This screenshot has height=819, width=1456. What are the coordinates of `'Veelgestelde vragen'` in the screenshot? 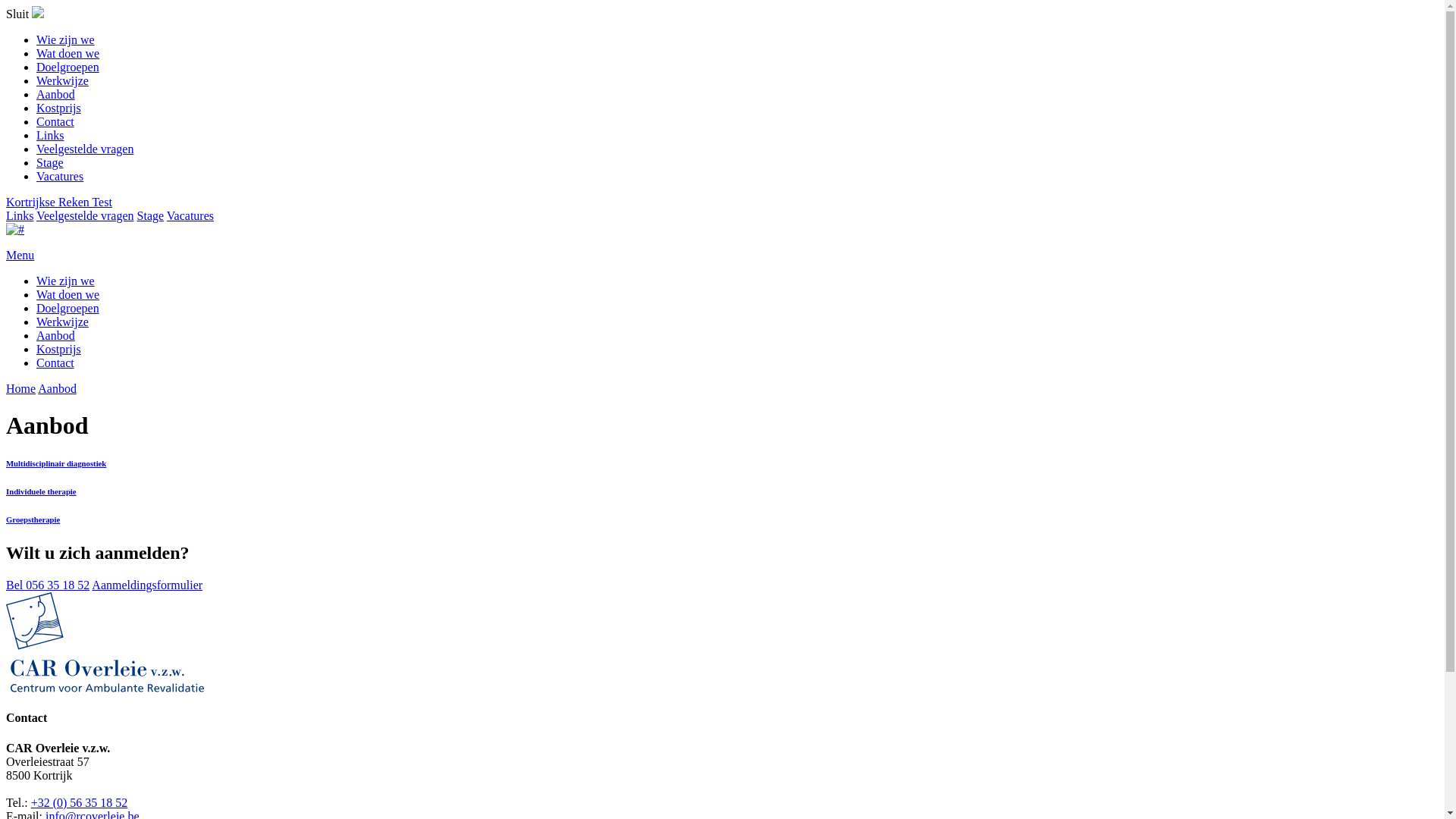 It's located at (83, 149).